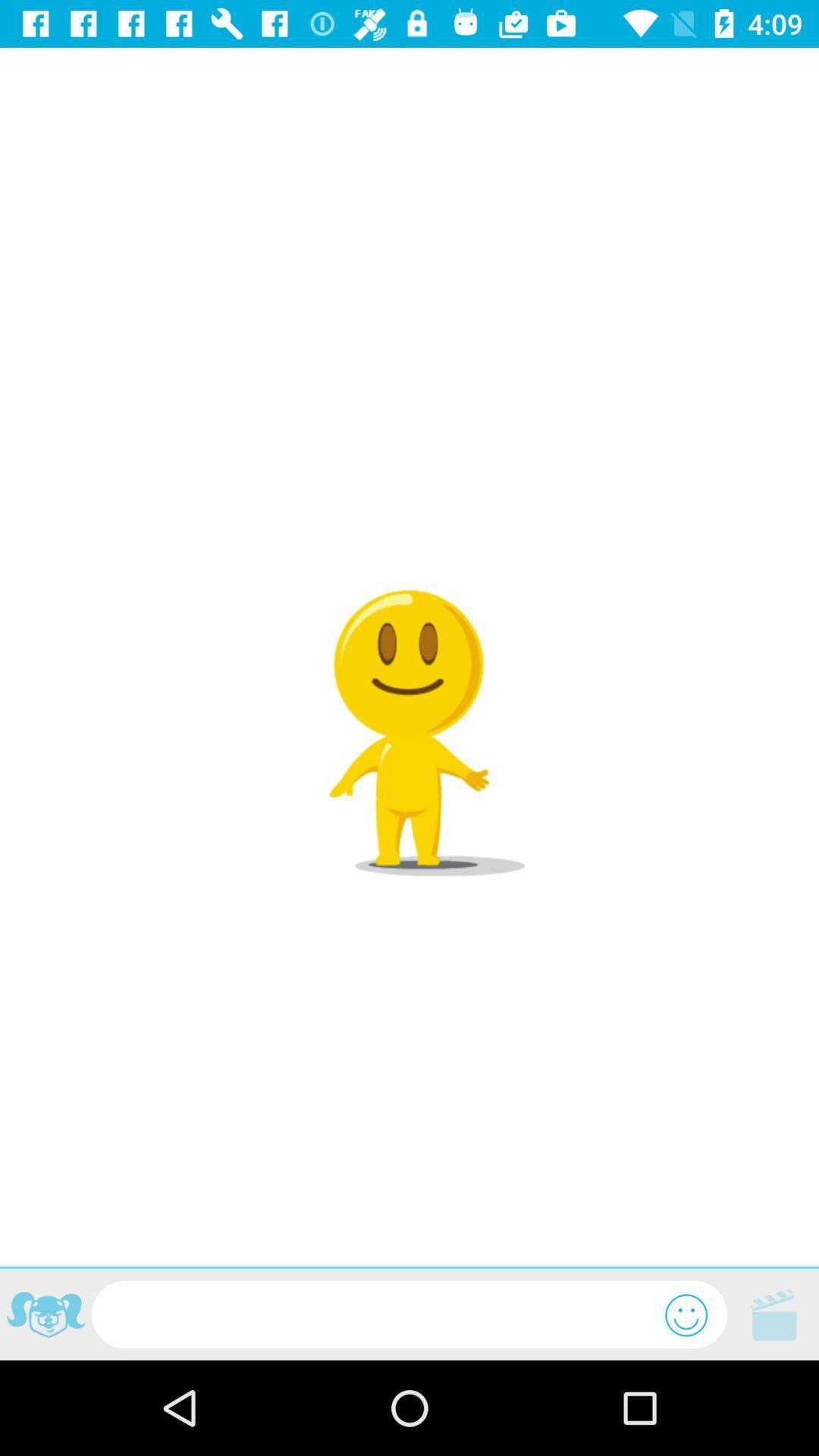 Image resolution: width=819 pixels, height=1456 pixels. Describe the element at coordinates (686, 1314) in the screenshot. I see `emoji options` at that location.